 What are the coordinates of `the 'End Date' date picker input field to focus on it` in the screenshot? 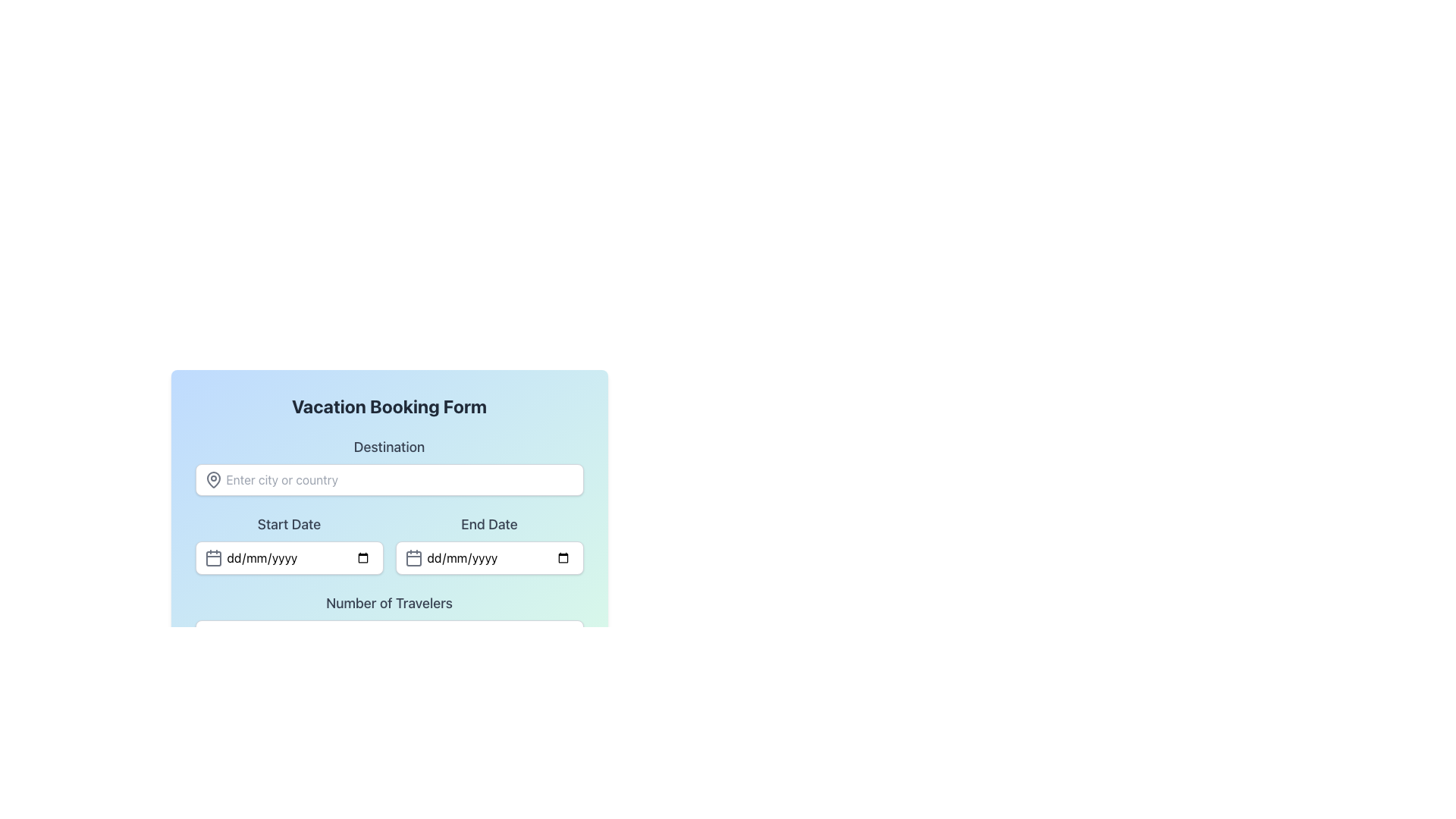 It's located at (489, 543).